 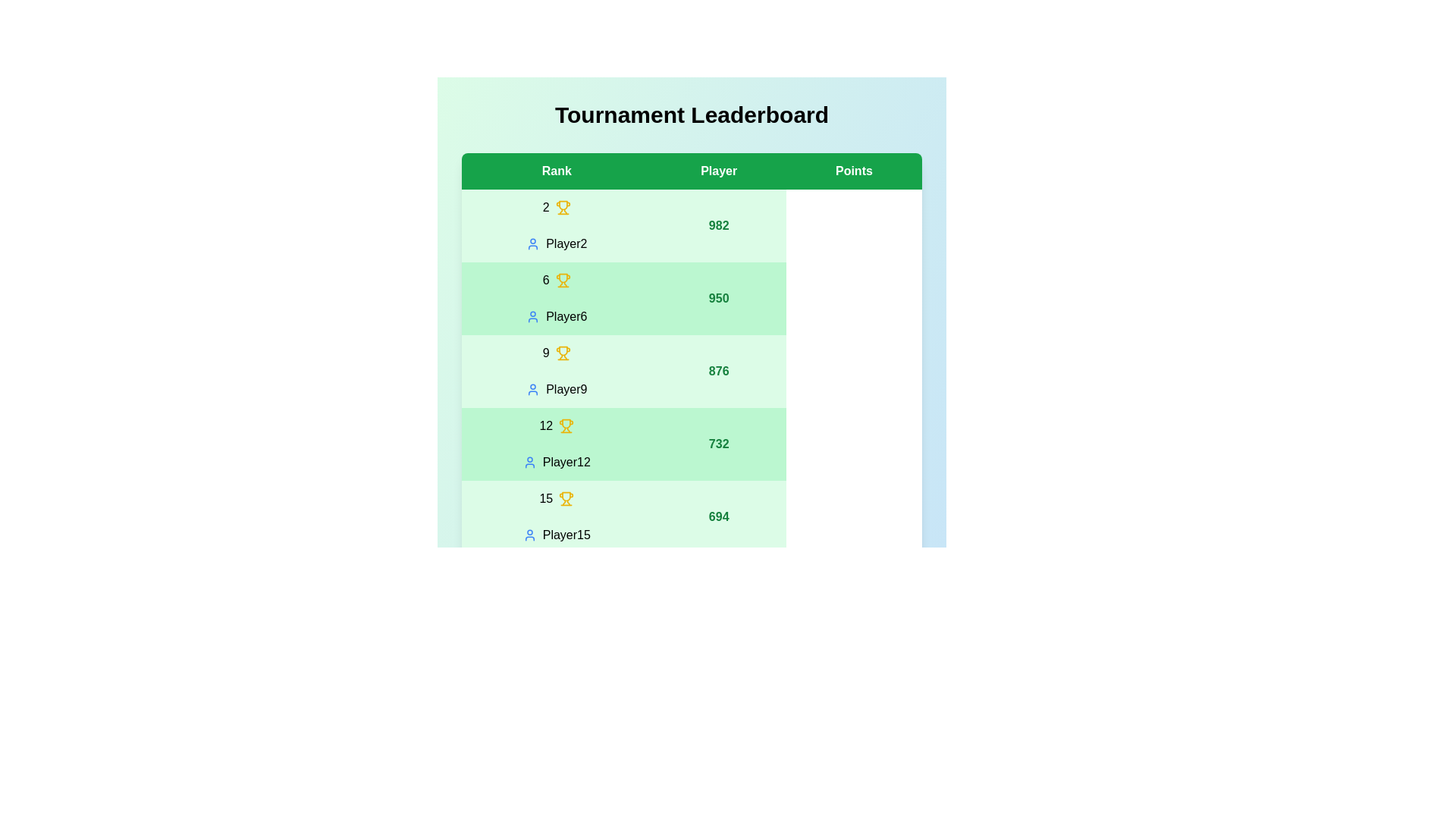 What do you see at coordinates (718, 171) in the screenshot?
I see `the column header Player to sort the leaderboard by that column` at bounding box center [718, 171].